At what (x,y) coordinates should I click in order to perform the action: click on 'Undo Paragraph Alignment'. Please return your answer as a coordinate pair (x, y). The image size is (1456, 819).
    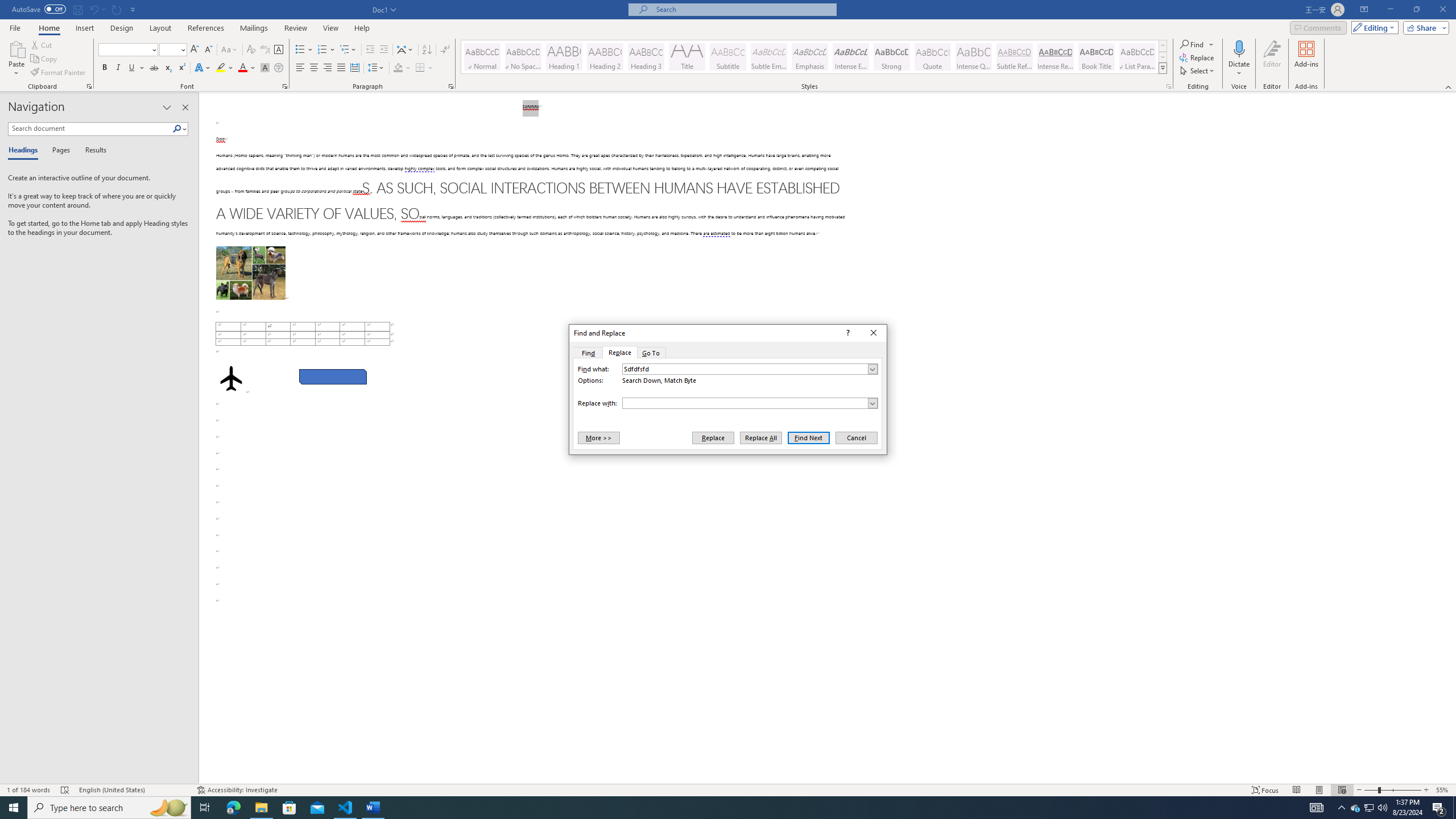
    Looking at the image, I should click on (93, 9).